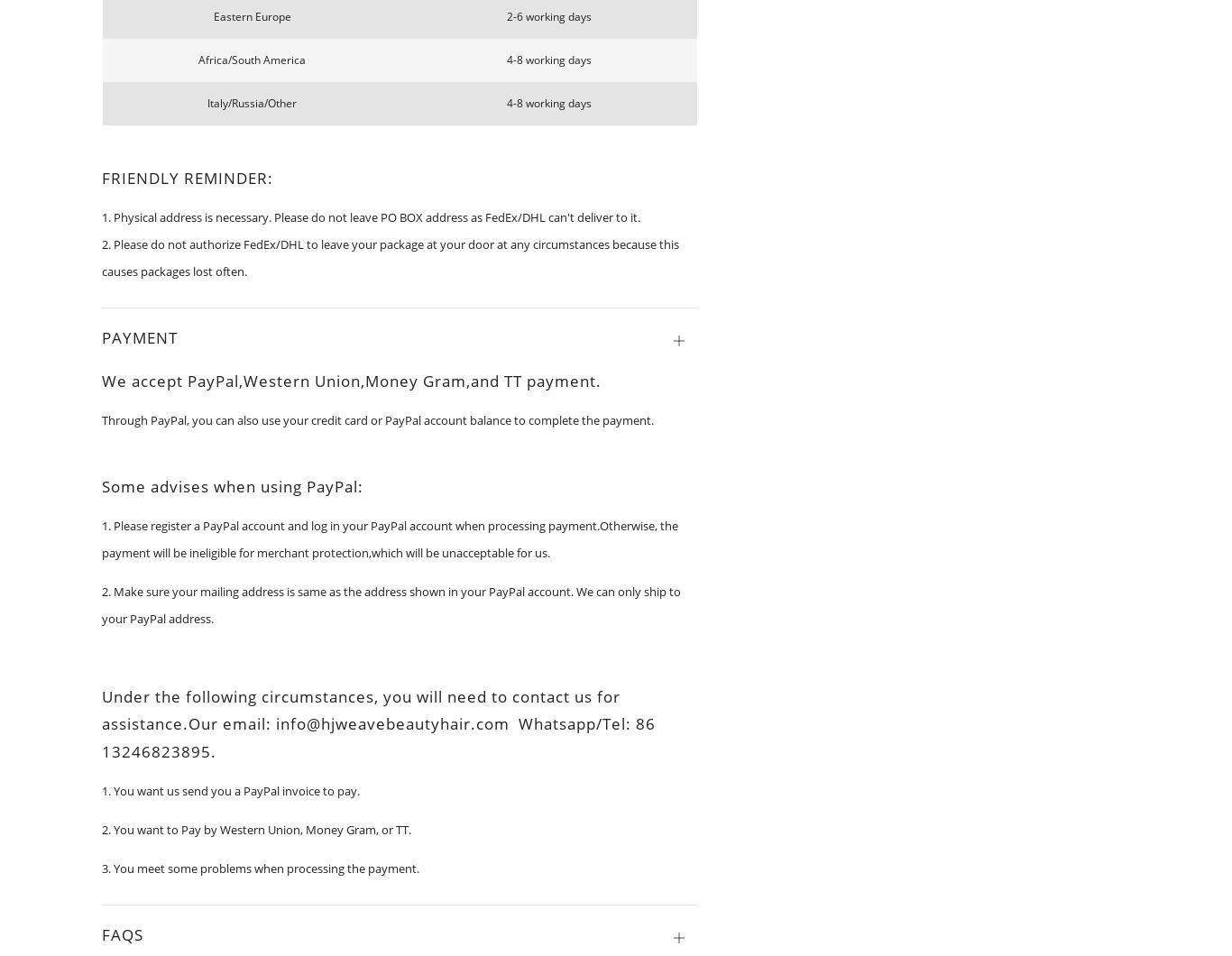 Image resolution: width=1232 pixels, height=956 pixels. Describe the element at coordinates (101, 866) in the screenshot. I see `'3. You meet some problems when processing the payment.'` at that location.